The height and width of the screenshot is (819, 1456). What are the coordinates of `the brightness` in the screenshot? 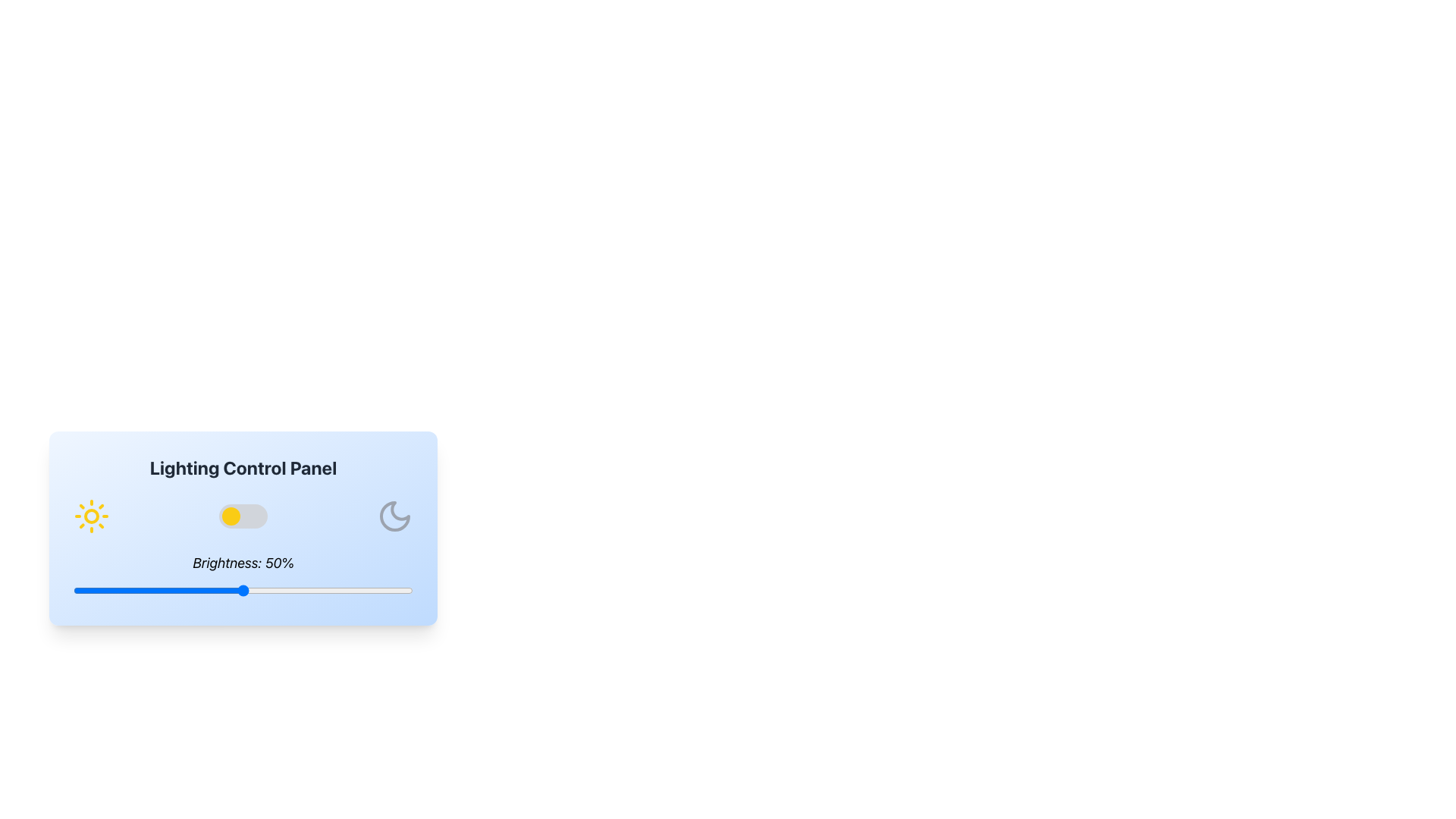 It's located at (314, 590).